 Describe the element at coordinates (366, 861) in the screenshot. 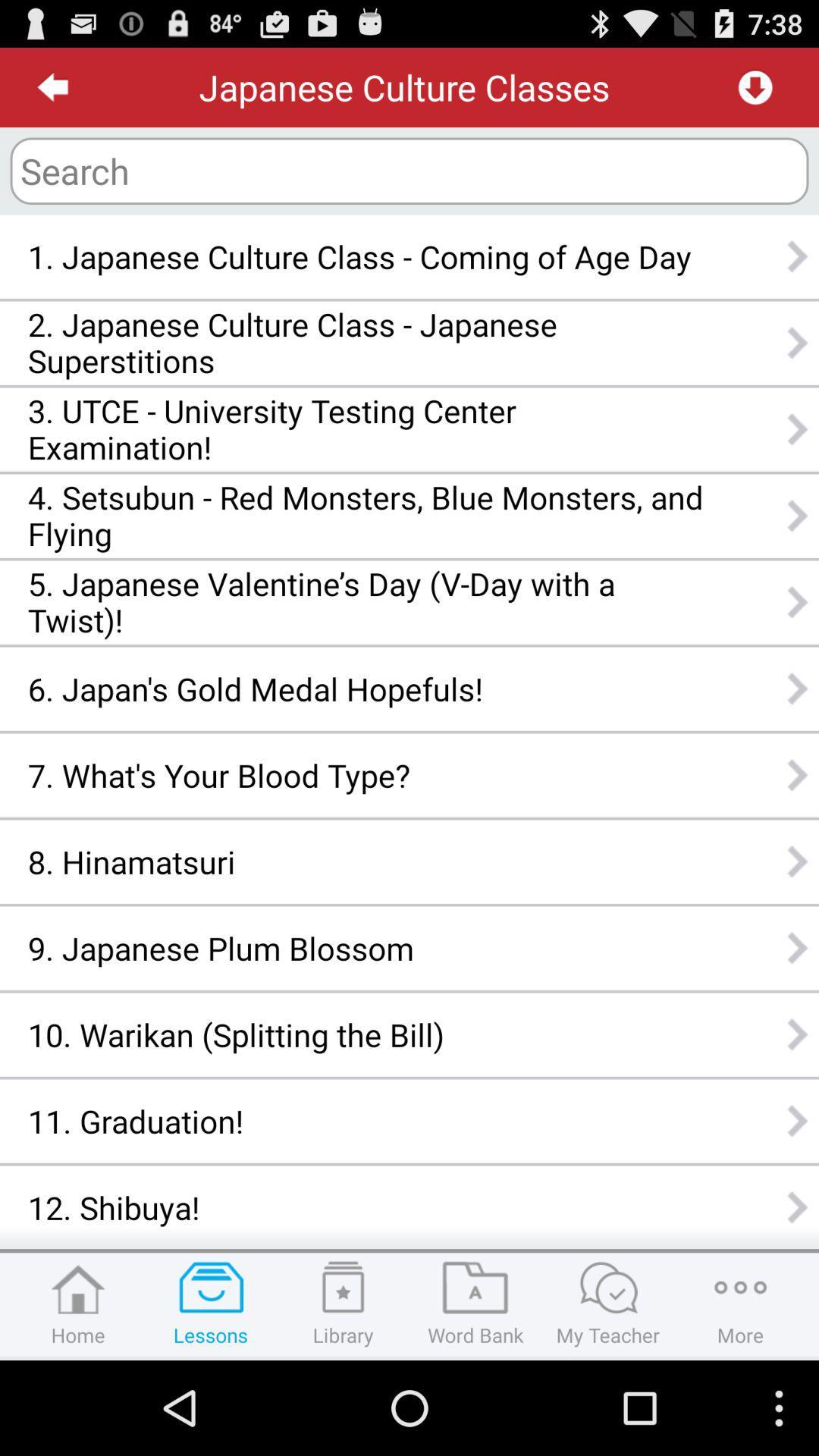

I see `the 8. hinamatsuri item` at that location.